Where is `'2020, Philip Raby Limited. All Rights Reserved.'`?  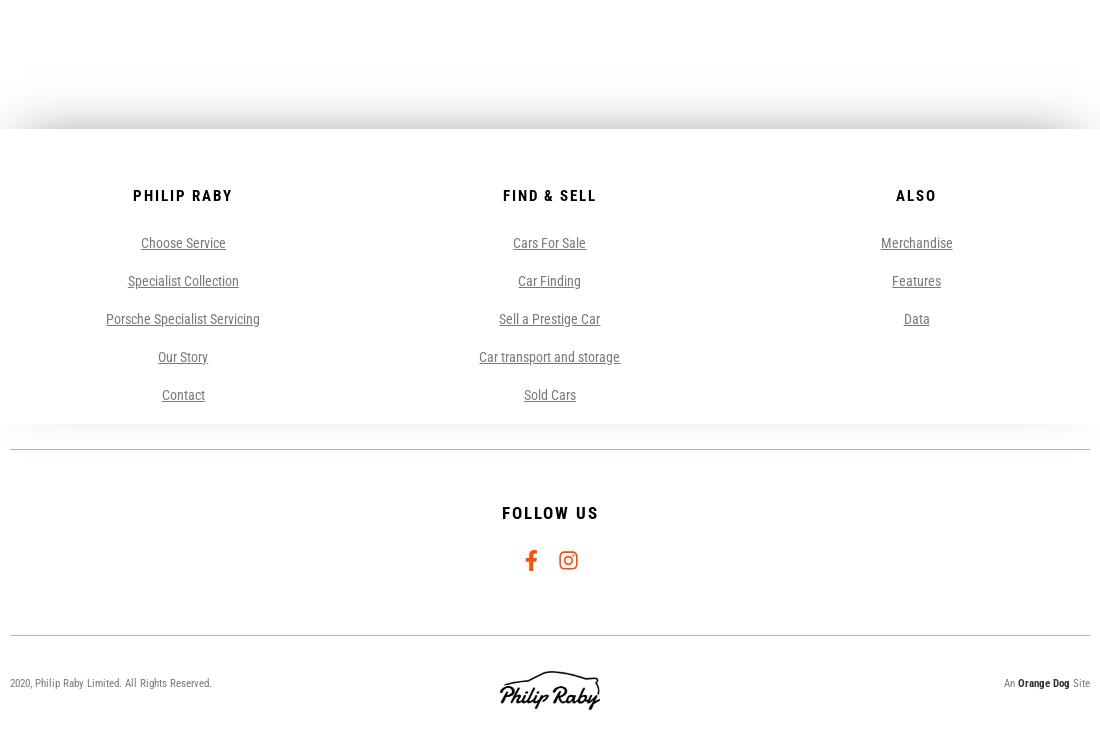
'2020, Philip Raby Limited. All Rights Reserved.' is located at coordinates (110, 682).